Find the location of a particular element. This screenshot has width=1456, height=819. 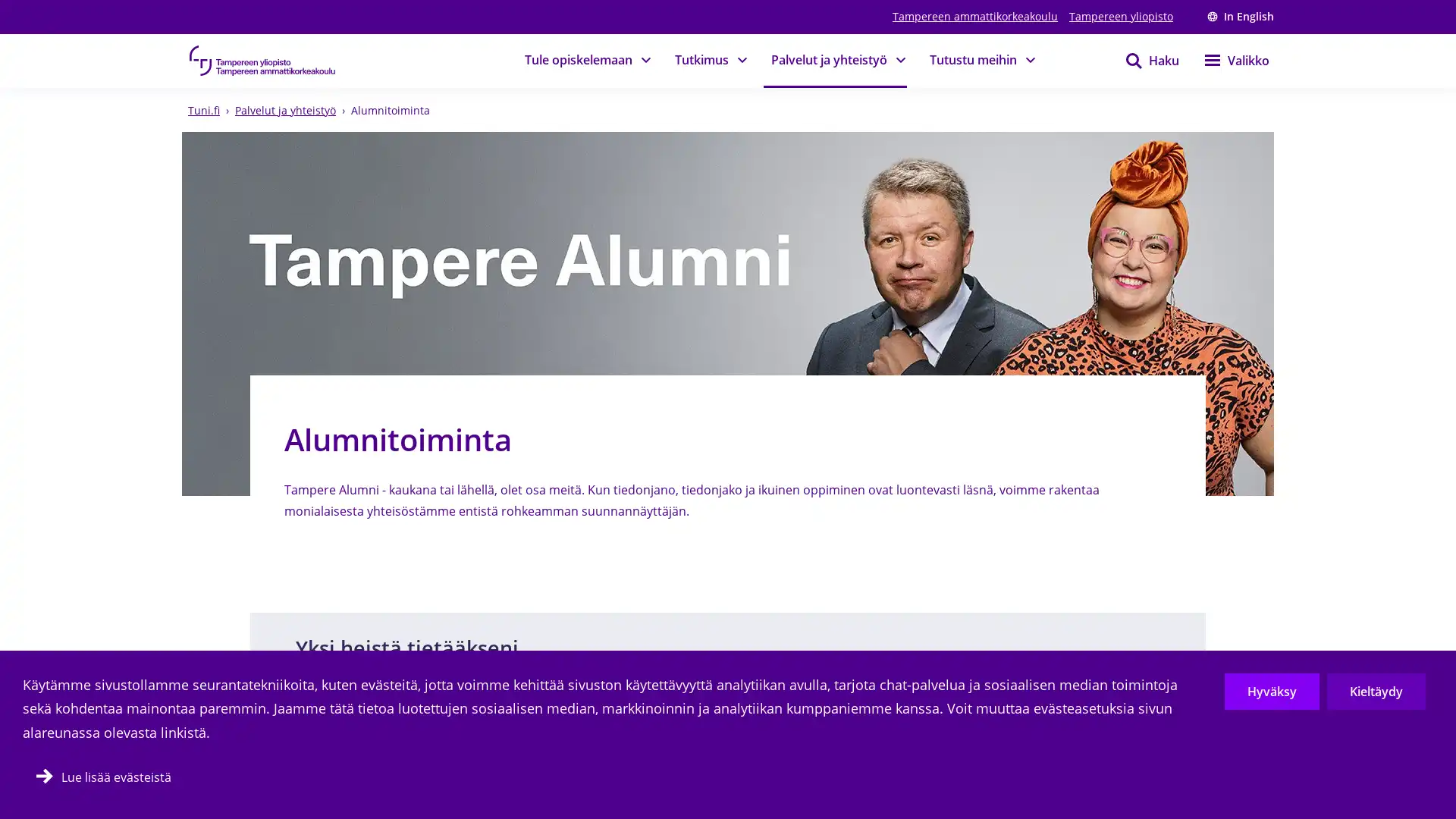

Kieltaydy is located at coordinates (1376, 690).